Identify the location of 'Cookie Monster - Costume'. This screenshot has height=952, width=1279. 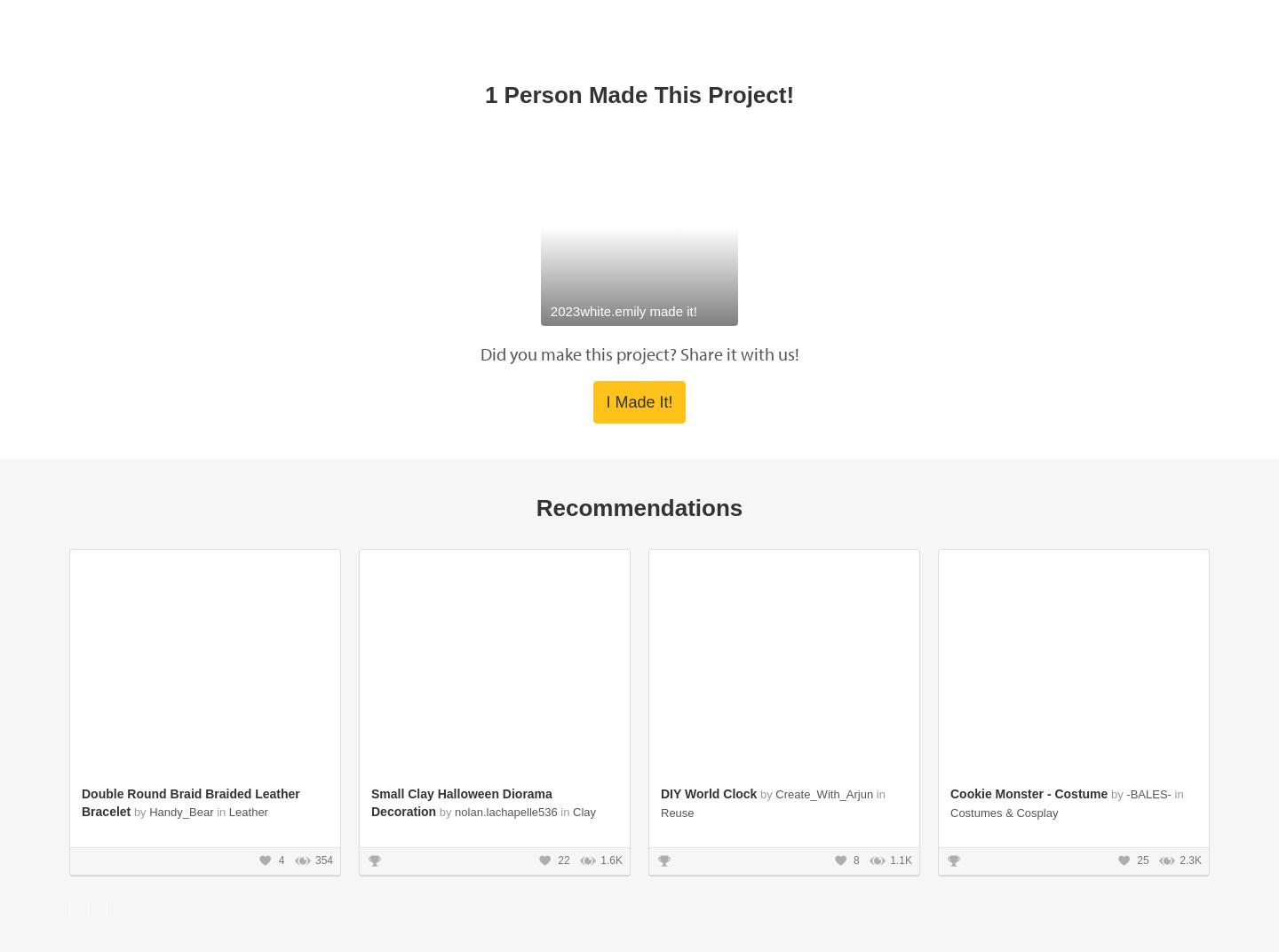
(1029, 383).